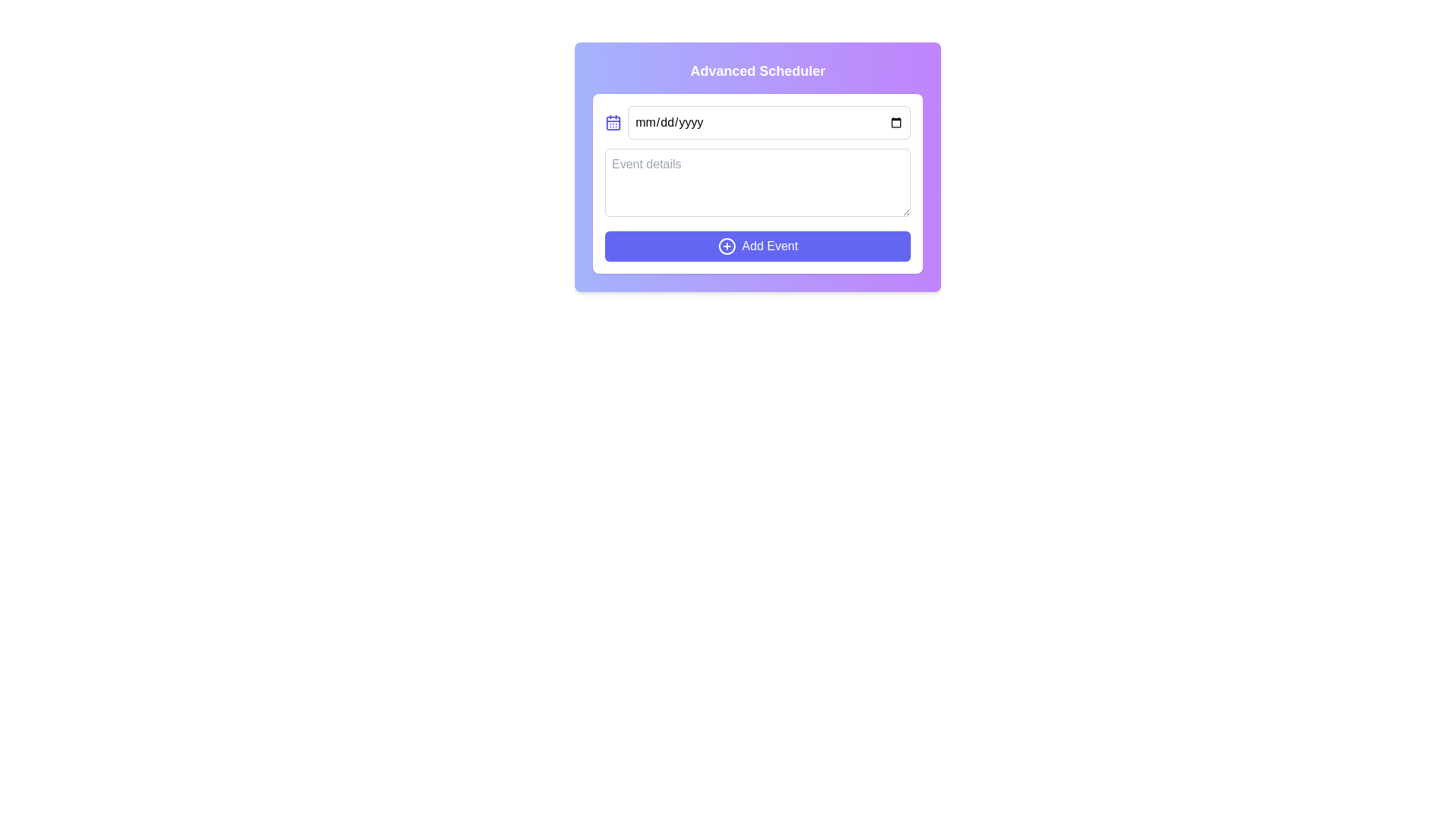  Describe the element at coordinates (769, 122) in the screenshot. I see `a date from the date input field located within the 'Advanced Scheduler' modal, positioned to the right of the calendar icon, in the first row of inputs above the 'Event details' text area` at that location.